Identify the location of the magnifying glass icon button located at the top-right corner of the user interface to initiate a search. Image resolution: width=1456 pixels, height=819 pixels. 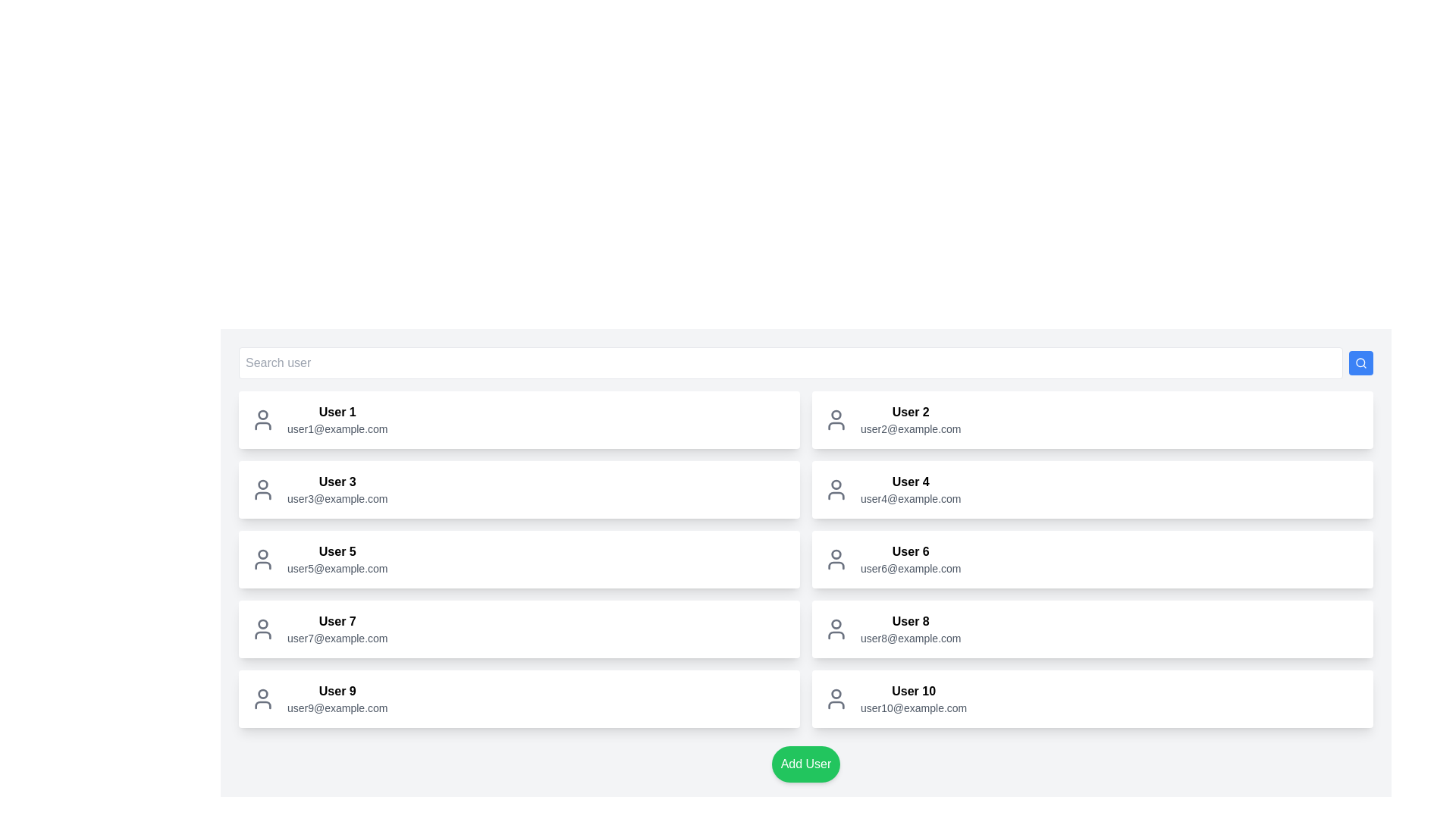
(1361, 362).